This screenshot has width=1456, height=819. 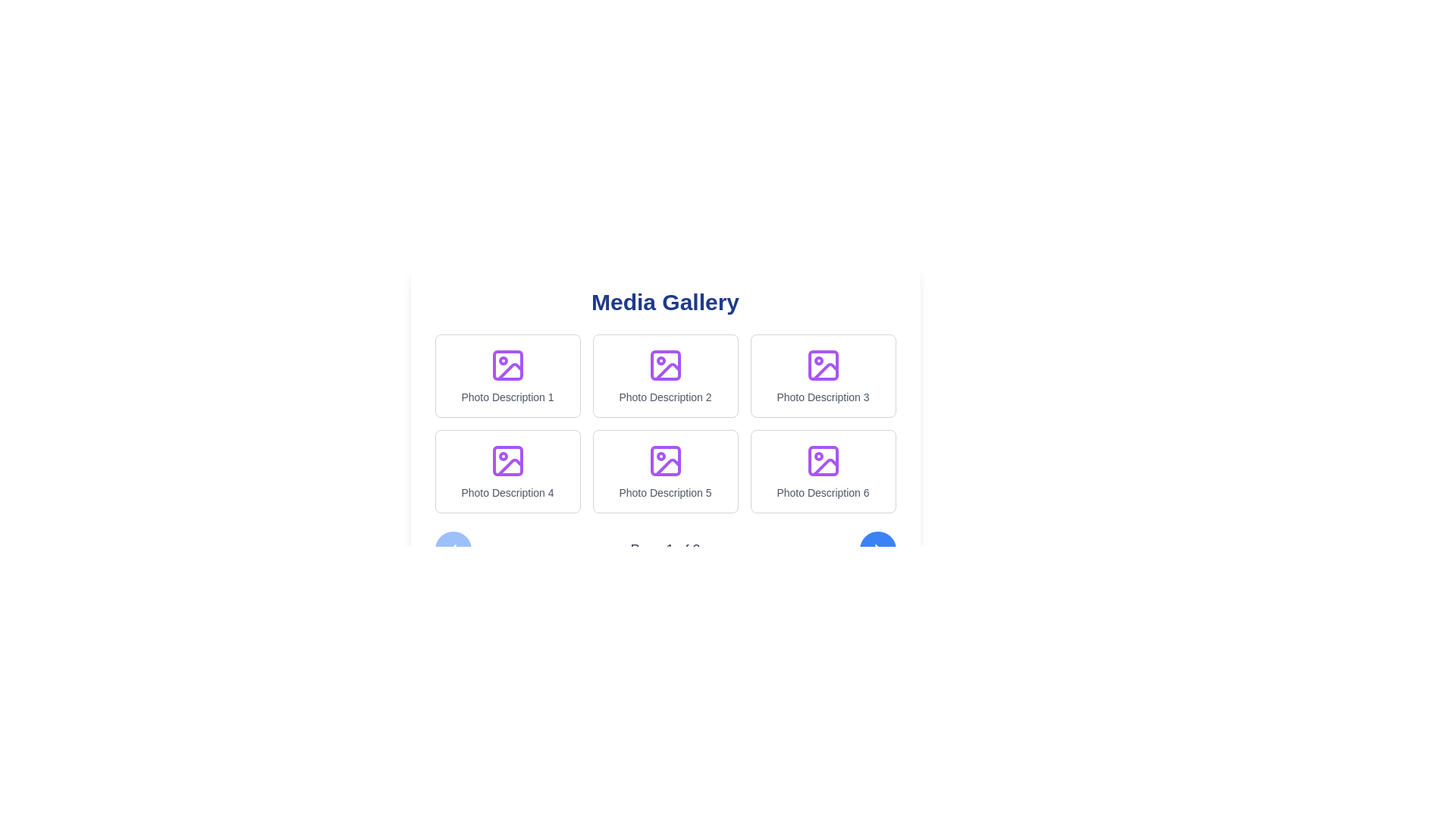 I want to click on the non-interactive vector graphic indicating 'Photo Description 1' in the 'Media Gallery' grid, so click(x=510, y=372).